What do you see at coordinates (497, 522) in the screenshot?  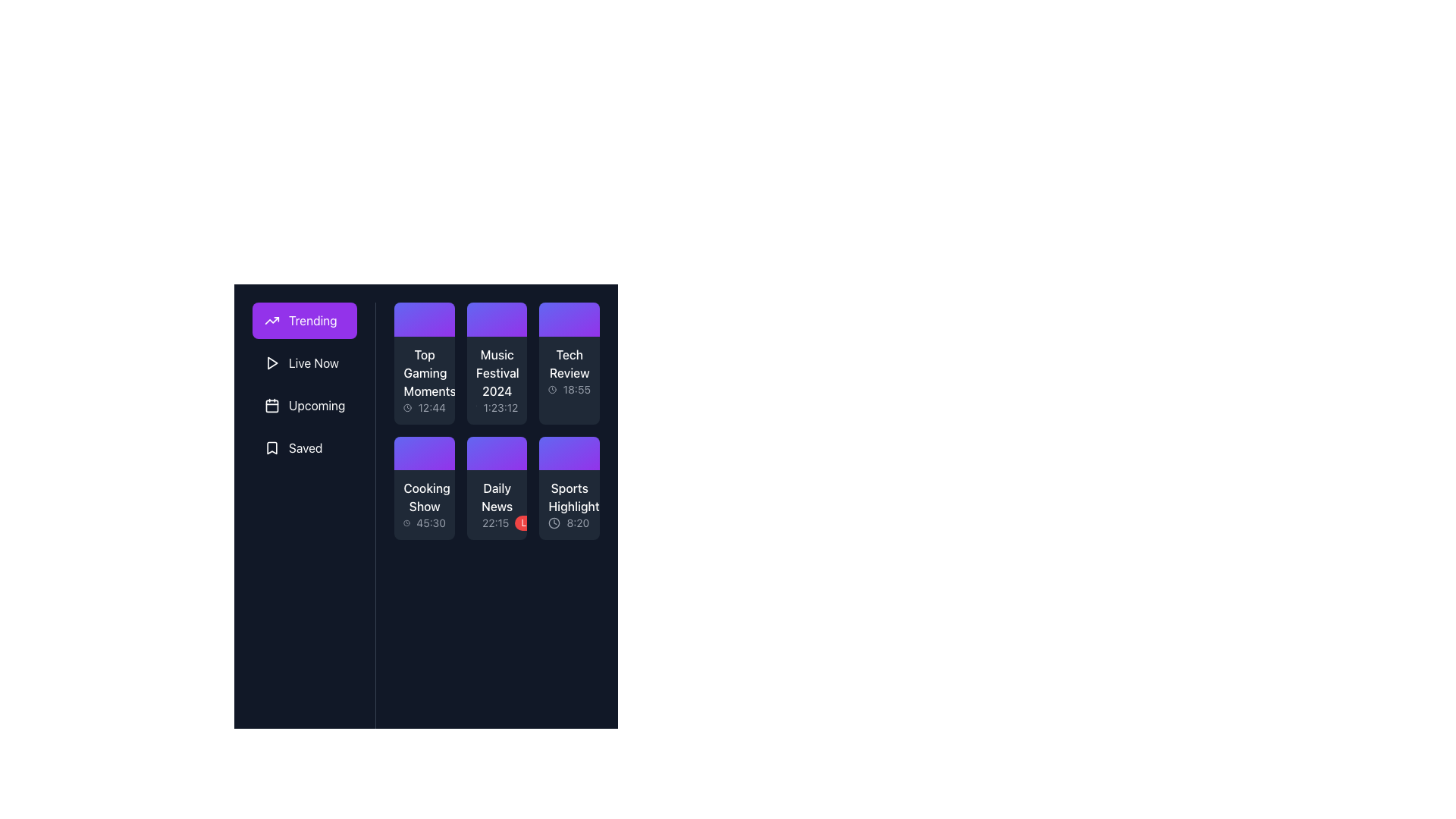 I see `the informational label displaying '22:15 LIVE' with a clock icon and a red 'LIVE' badge located at the bottom-left corner of the 'Daily News' card` at bounding box center [497, 522].